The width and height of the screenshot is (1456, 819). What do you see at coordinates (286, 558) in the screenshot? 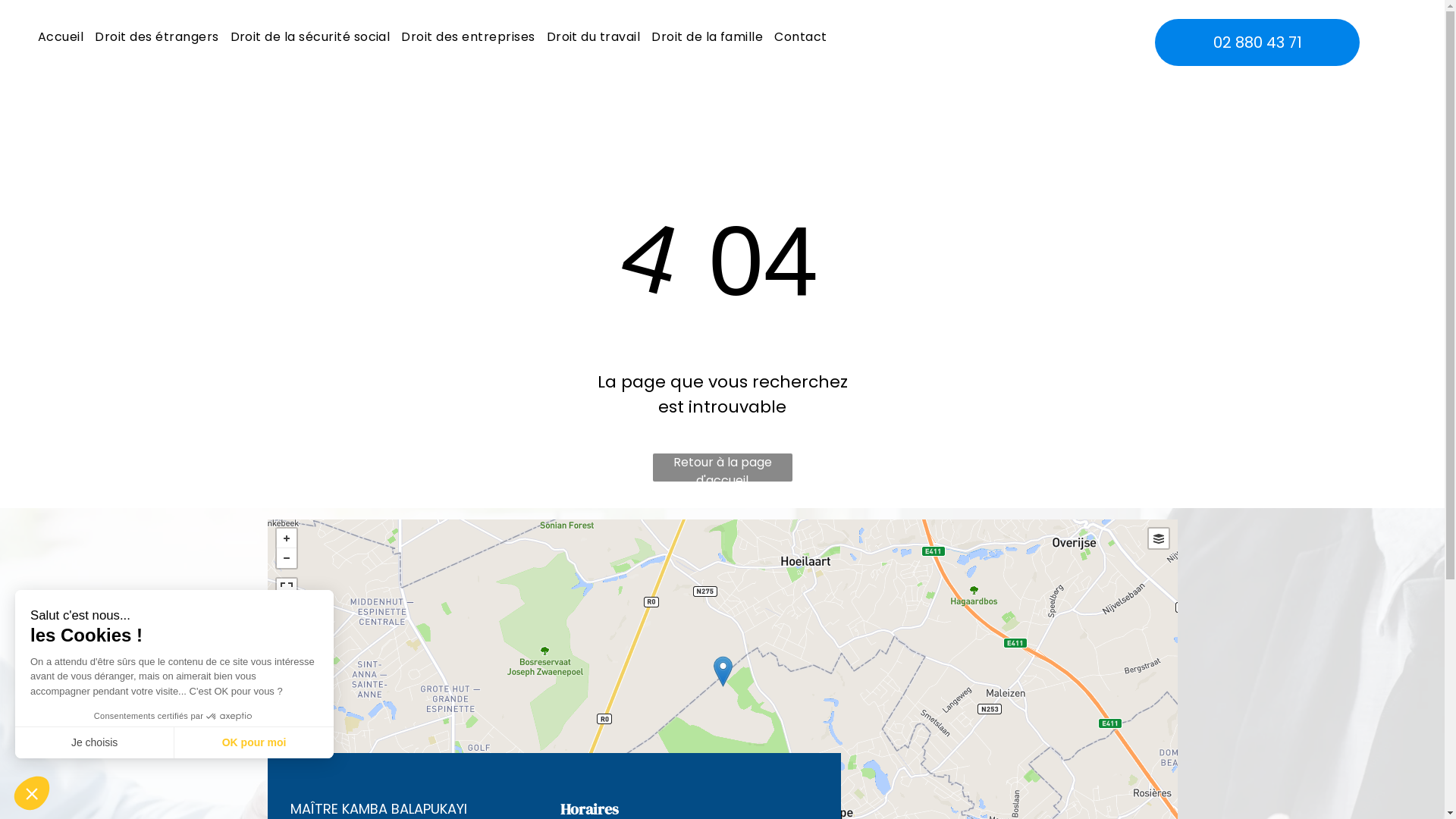
I see `'-'` at bounding box center [286, 558].